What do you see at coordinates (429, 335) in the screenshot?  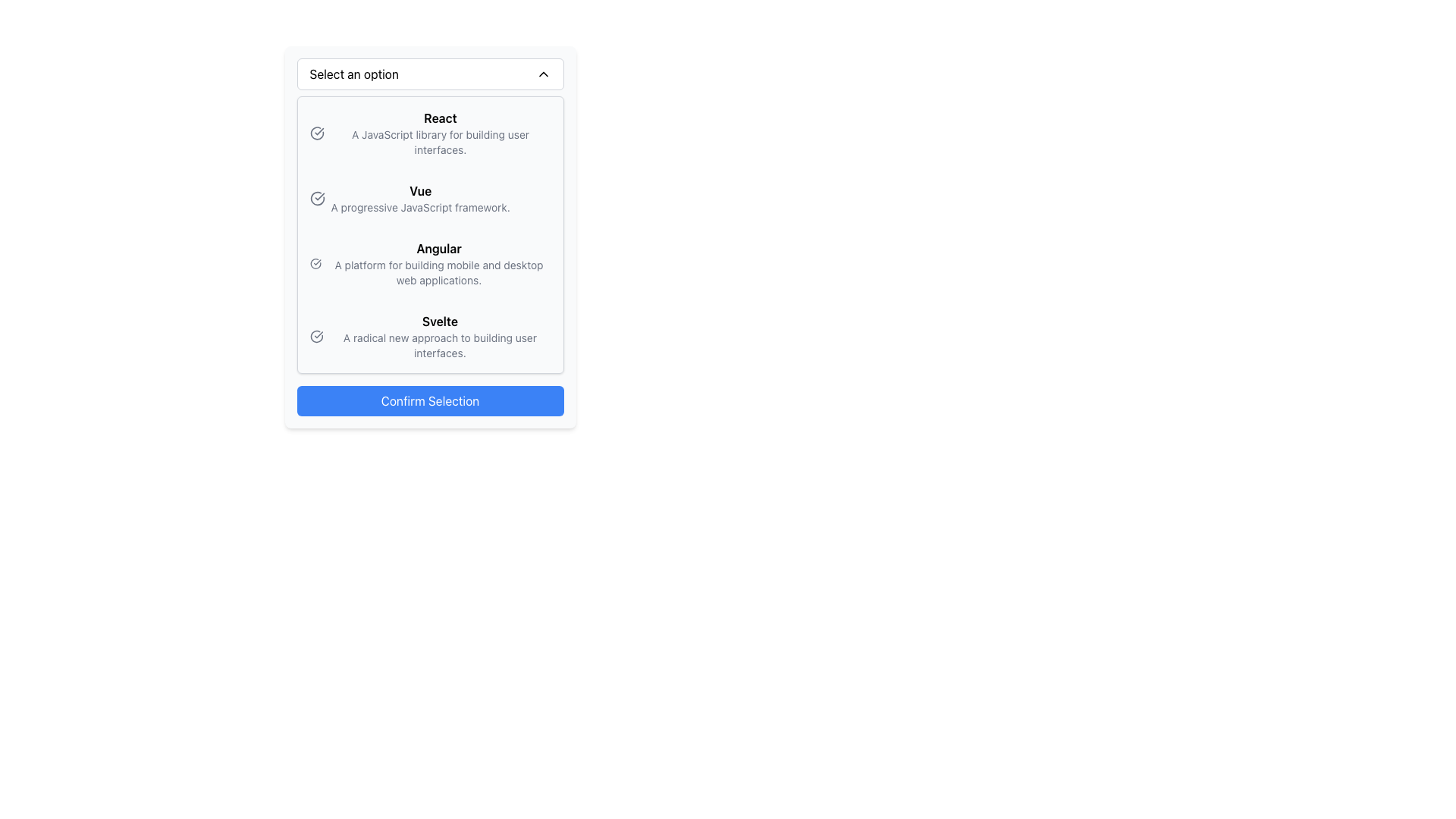 I see `the fourth selectable list item labeled 'Svelte' which contains a bold heading and a description in smaller gray text` at bounding box center [429, 335].